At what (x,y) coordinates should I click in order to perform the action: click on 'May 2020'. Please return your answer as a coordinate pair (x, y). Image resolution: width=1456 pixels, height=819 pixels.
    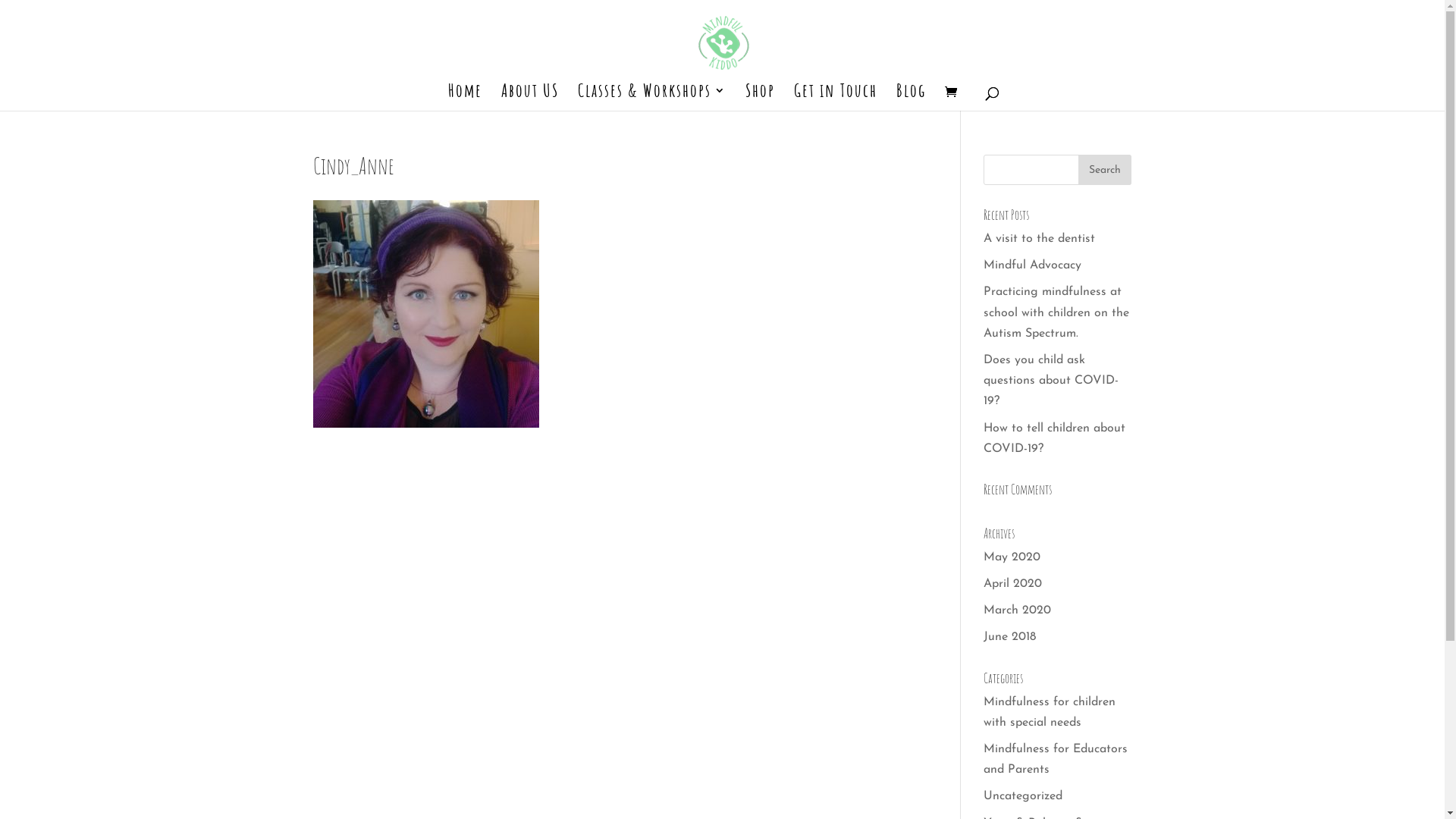
    Looking at the image, I should click on (1012, 557).